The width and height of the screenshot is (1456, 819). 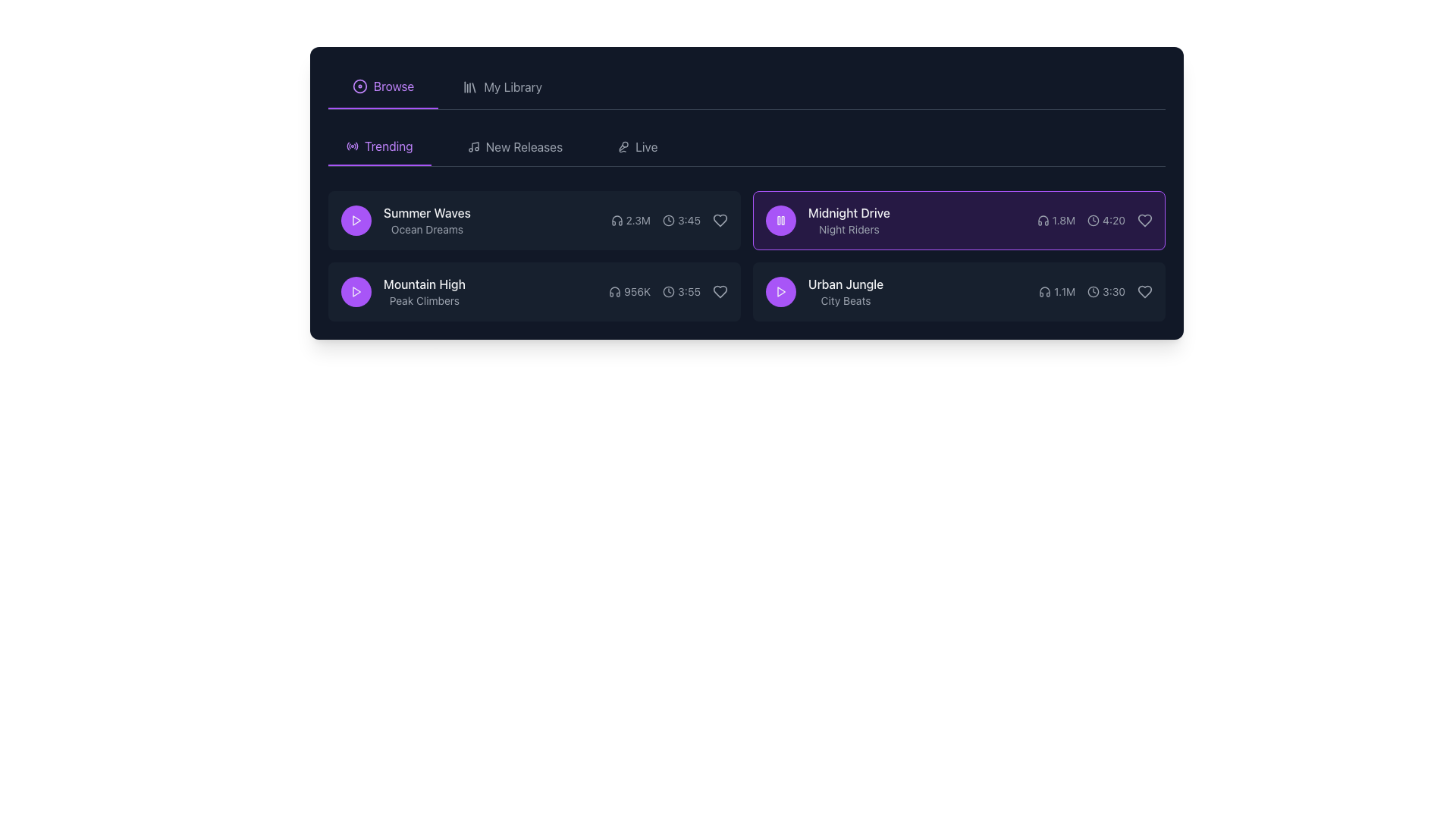 I want to click on the tooltip of the auditory icon located beside the title 'Midnight Drive' in the track metadata, so click(x=1042, y=220).